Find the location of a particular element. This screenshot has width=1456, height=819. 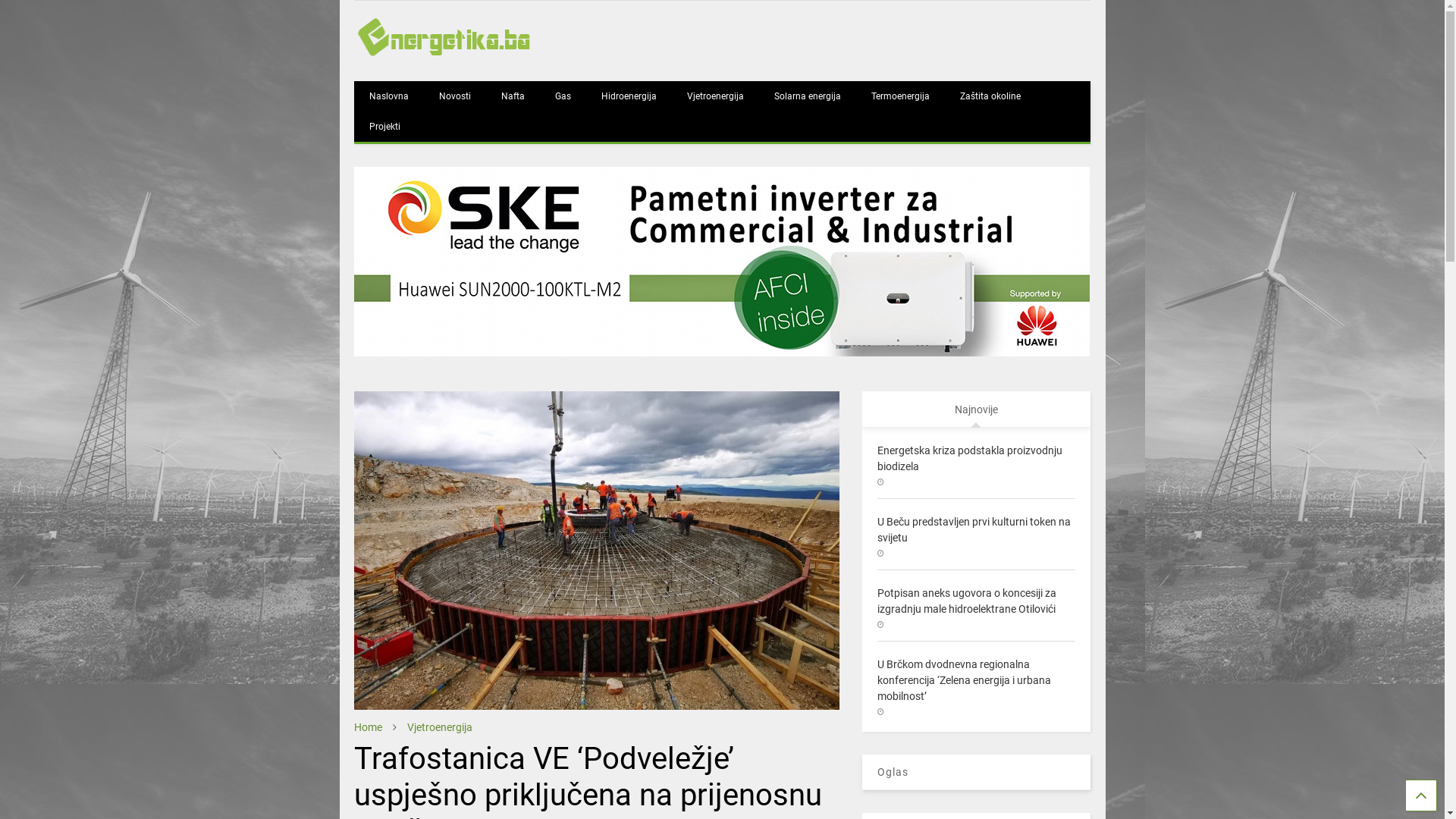

'Energetska kriza podstakla proizvodnju biodizela' is located at coordinates (968, 457).